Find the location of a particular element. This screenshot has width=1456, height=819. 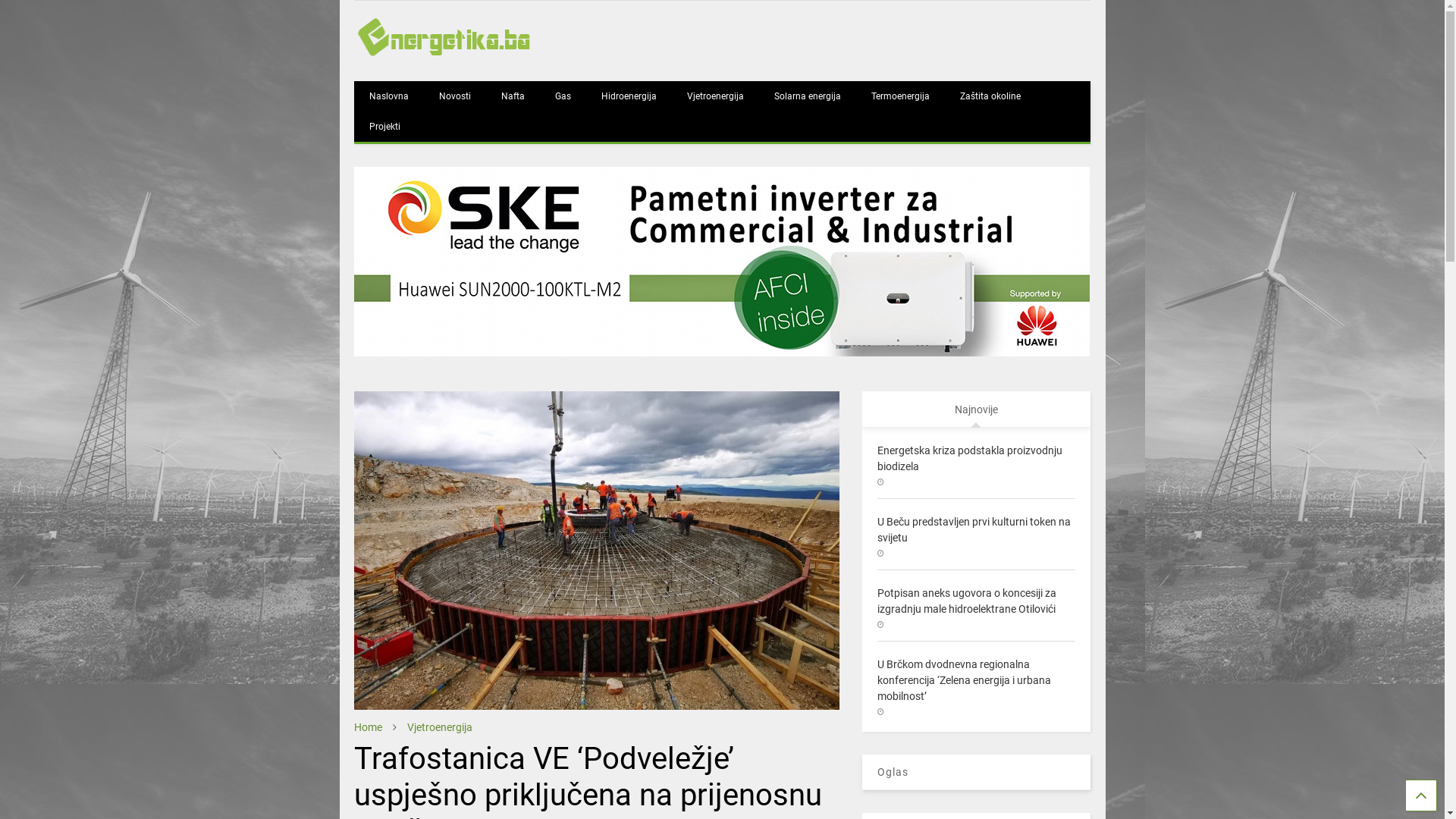

'Energetska kriza podstakla proizvodnju biodizela' is located at coordinates (968, 457).